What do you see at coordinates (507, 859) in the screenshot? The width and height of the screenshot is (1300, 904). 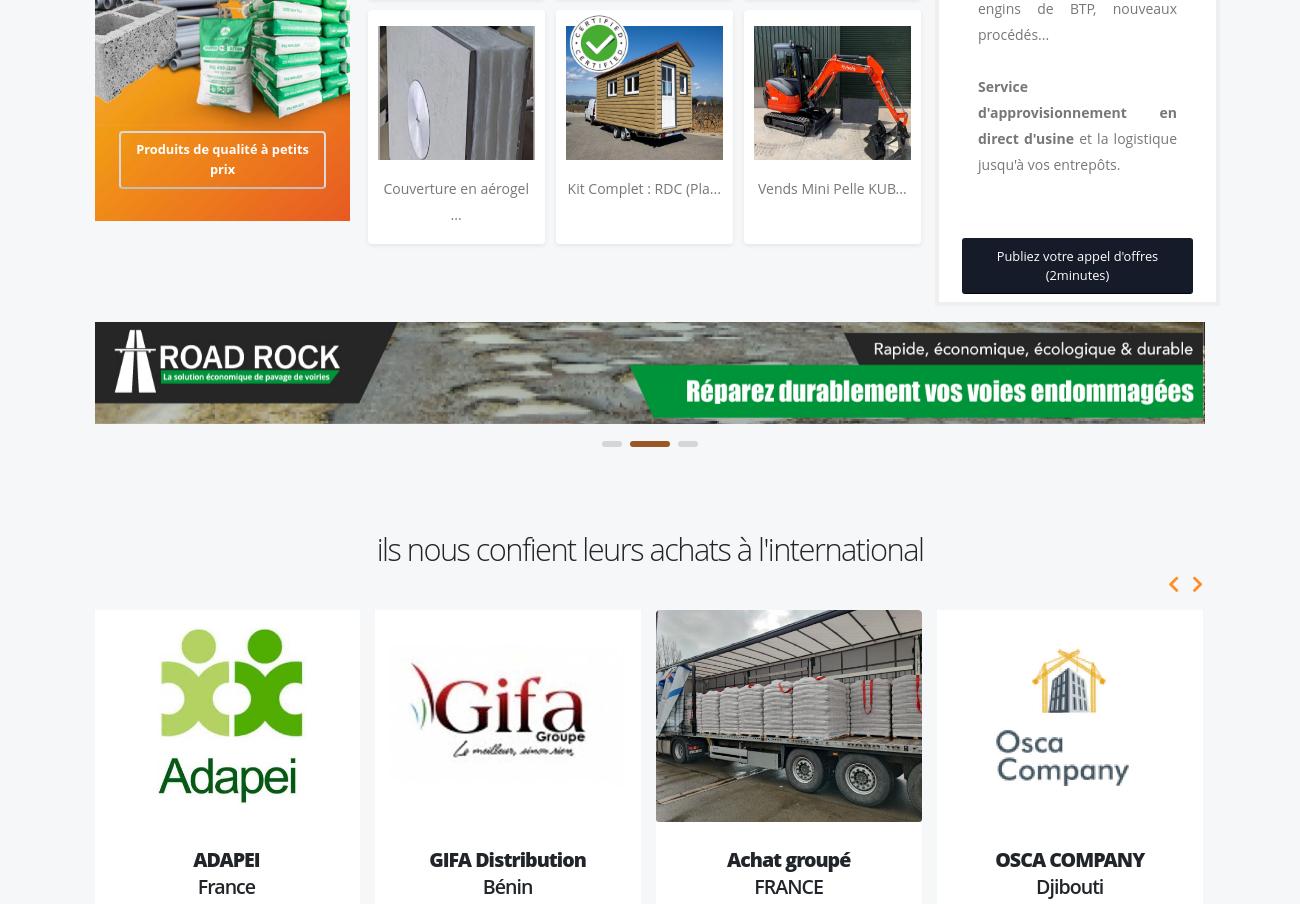 I see `'GIFA Distribution'` at bounding box center [507, 859].